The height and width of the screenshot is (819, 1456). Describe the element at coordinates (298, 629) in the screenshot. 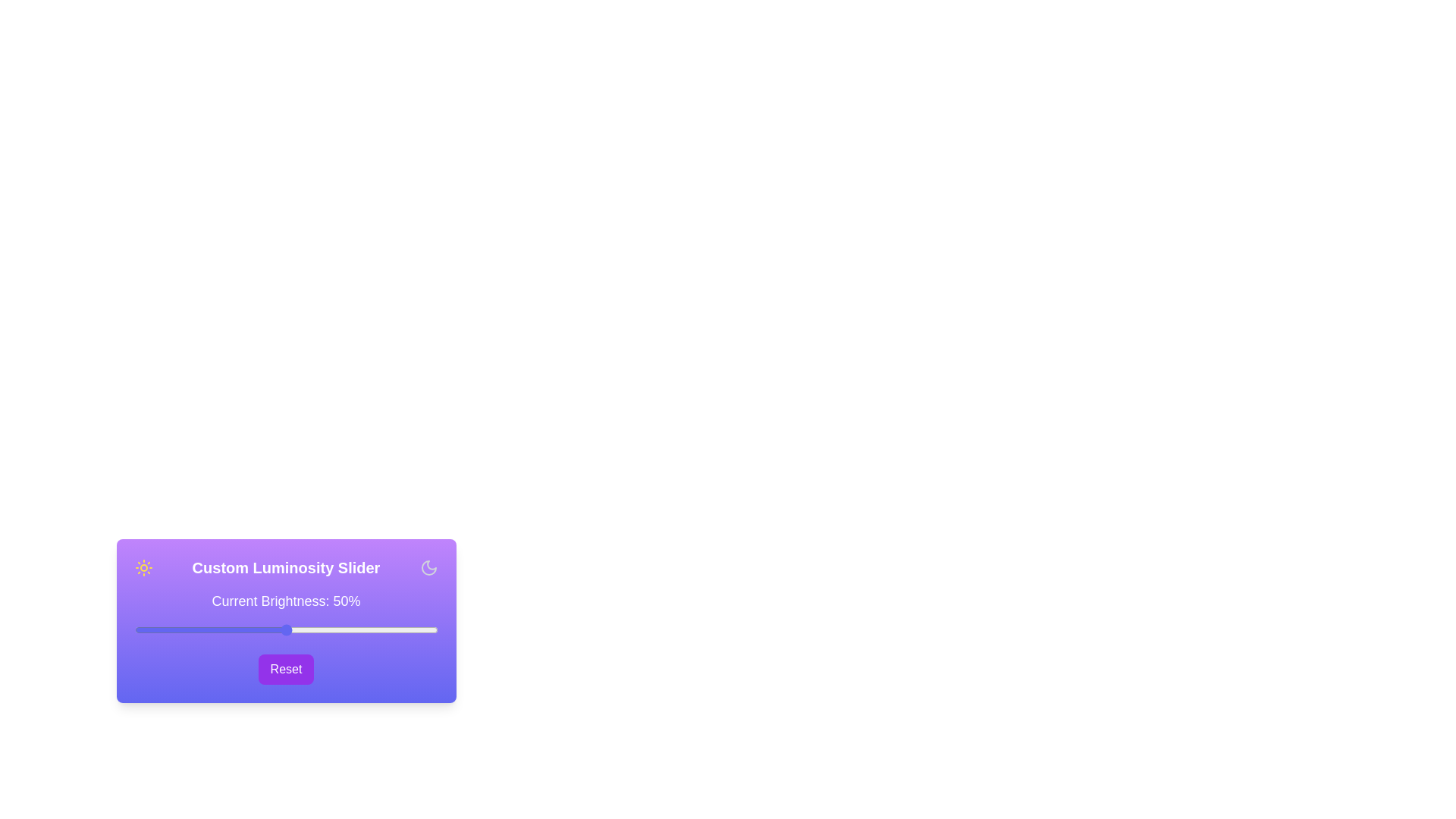

I see `brightness` at that location.